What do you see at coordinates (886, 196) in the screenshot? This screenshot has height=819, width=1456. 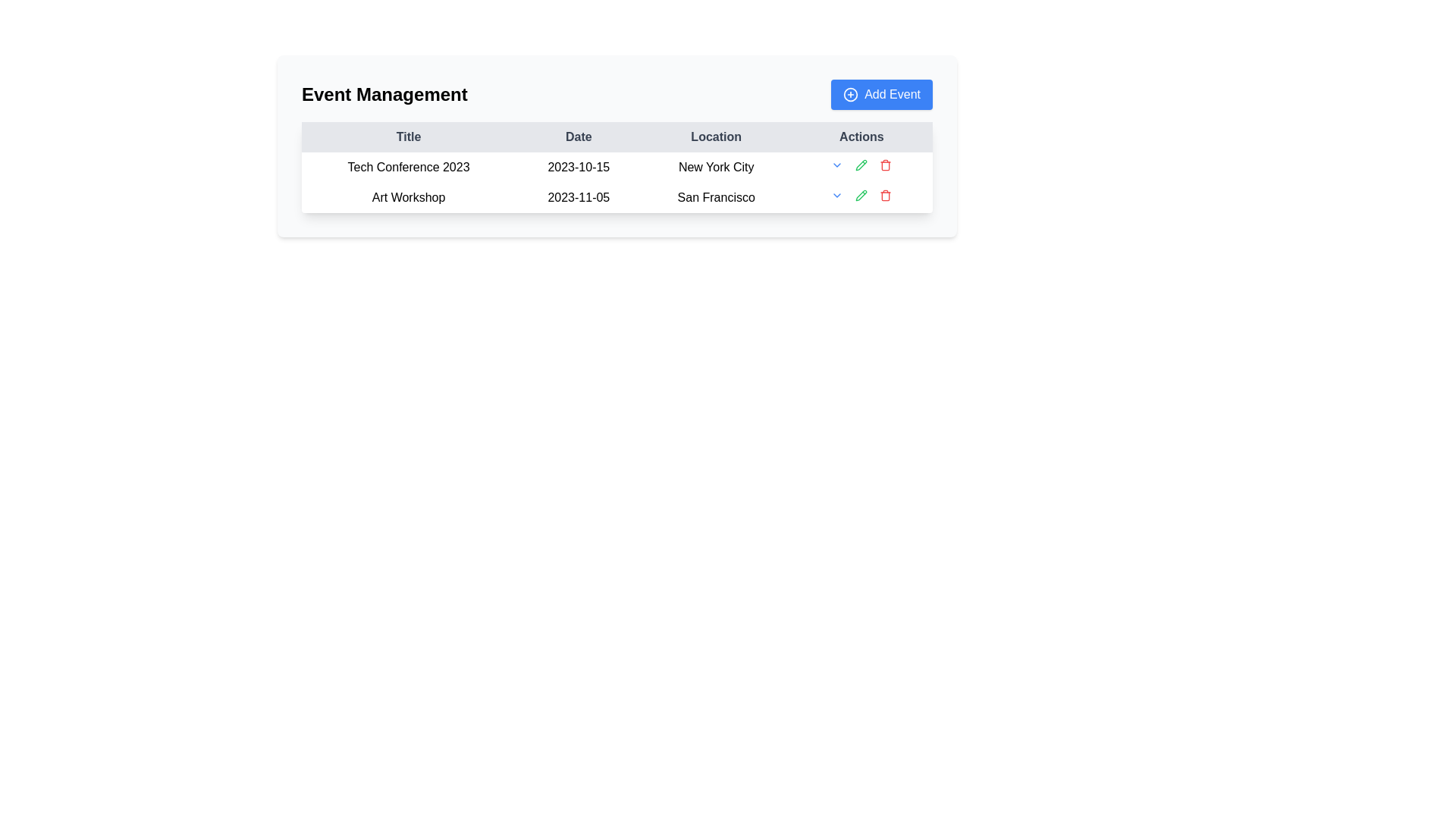 I see `the garbage bin icon in the 'Actions' column of the second row in the 'Event Management' table` at bounding box center [886, 196].